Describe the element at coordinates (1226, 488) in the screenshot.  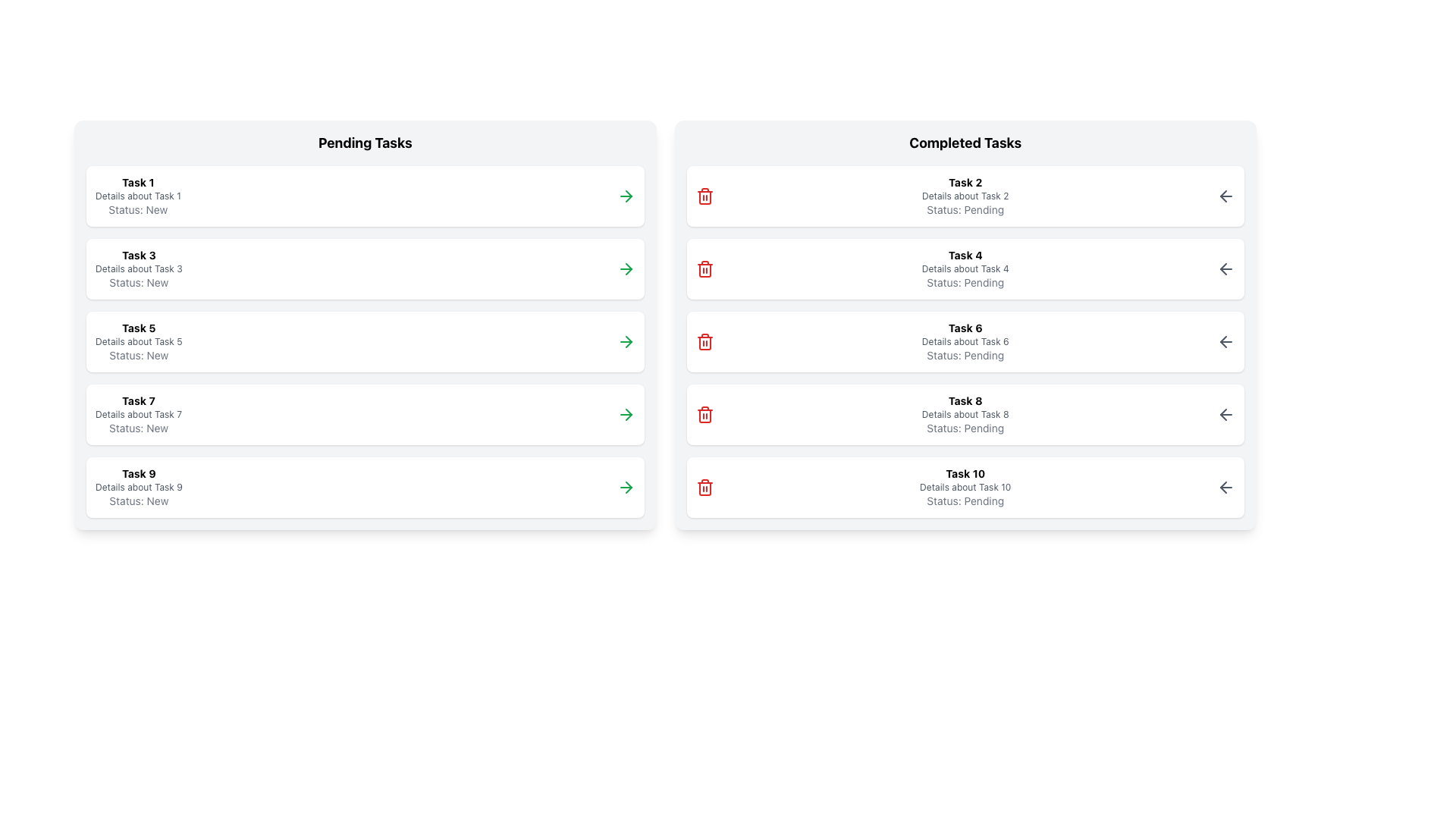
I see `the left arrow icon, which is the rightmost component of the 'Task 10' card in the 'Completed Tasks' section` at that location.